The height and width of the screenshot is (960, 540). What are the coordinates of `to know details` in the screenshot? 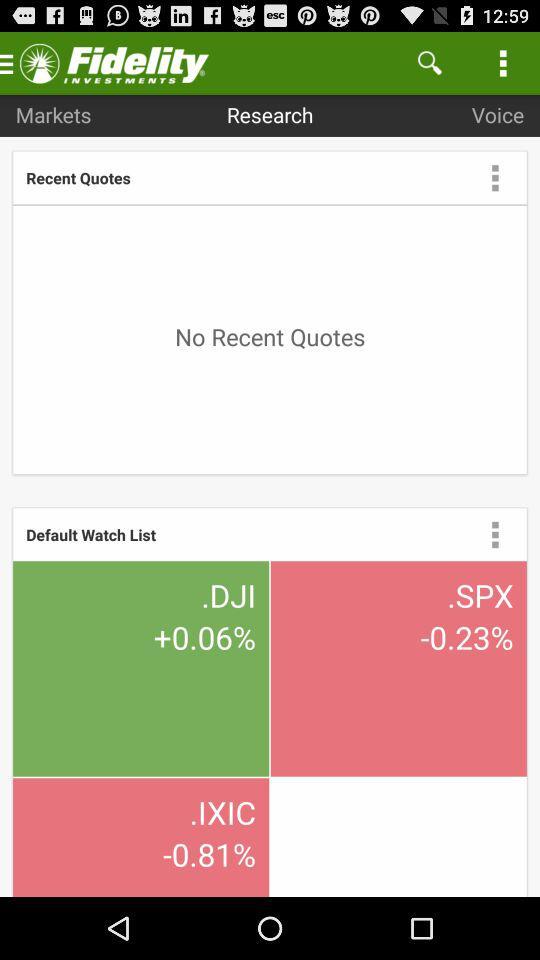 It's located at (494, 533).